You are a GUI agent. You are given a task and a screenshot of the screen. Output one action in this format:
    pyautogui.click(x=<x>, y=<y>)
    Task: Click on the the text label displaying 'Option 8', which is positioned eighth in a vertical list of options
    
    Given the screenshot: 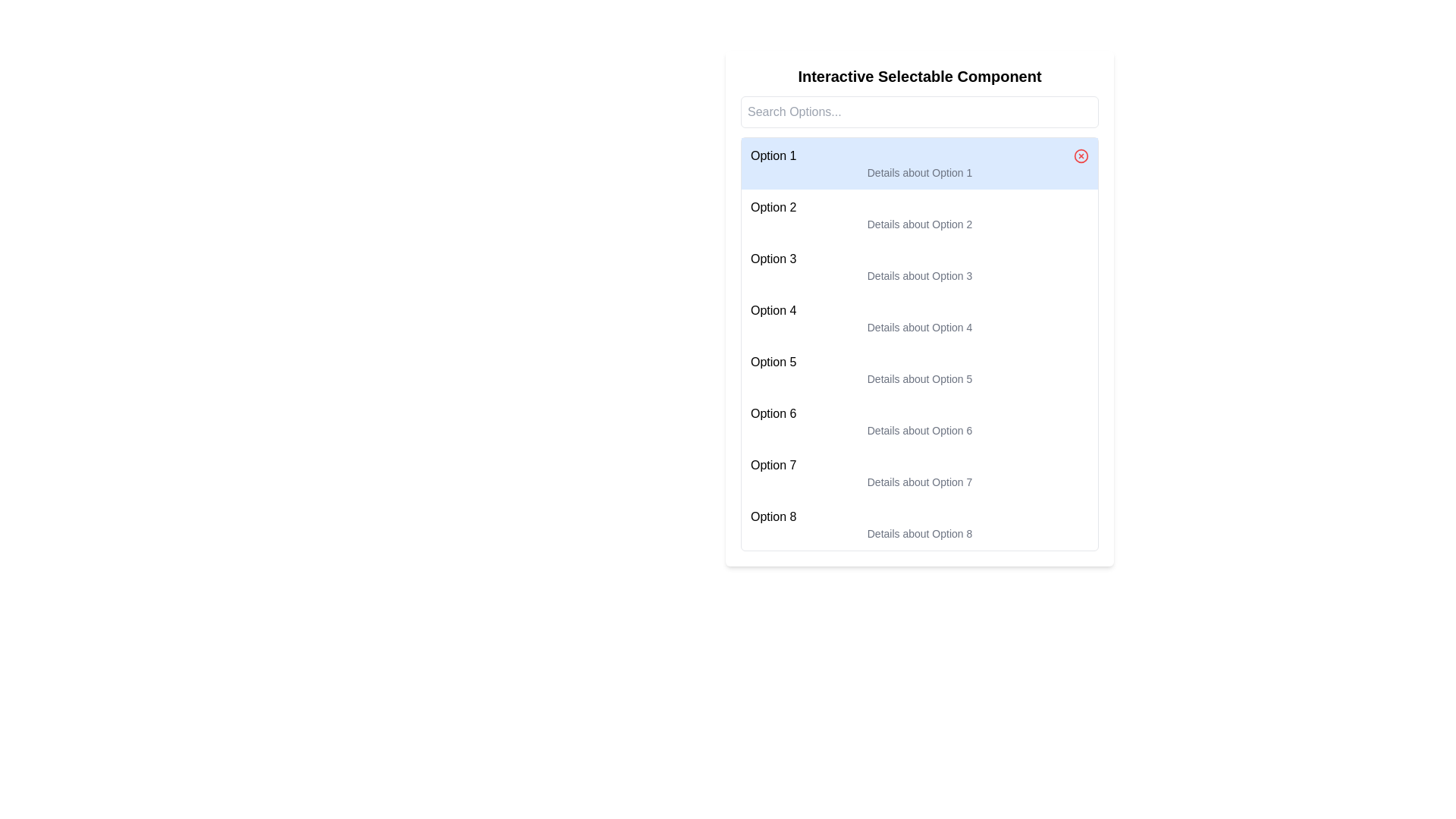 What is the action you would take?
    pyautogui.click(x=773, y=516)
    